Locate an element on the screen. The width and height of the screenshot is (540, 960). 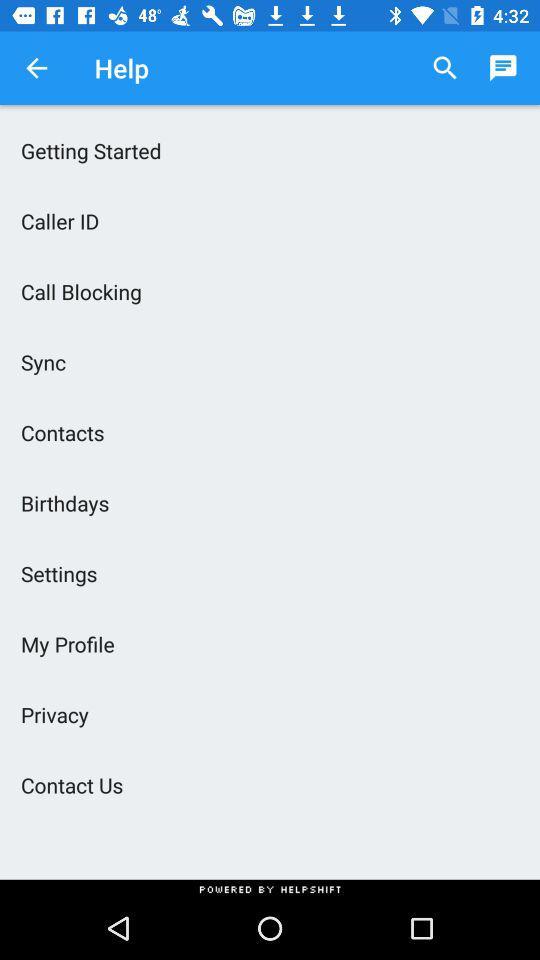
contacts item is located at coordinates (270, 432).